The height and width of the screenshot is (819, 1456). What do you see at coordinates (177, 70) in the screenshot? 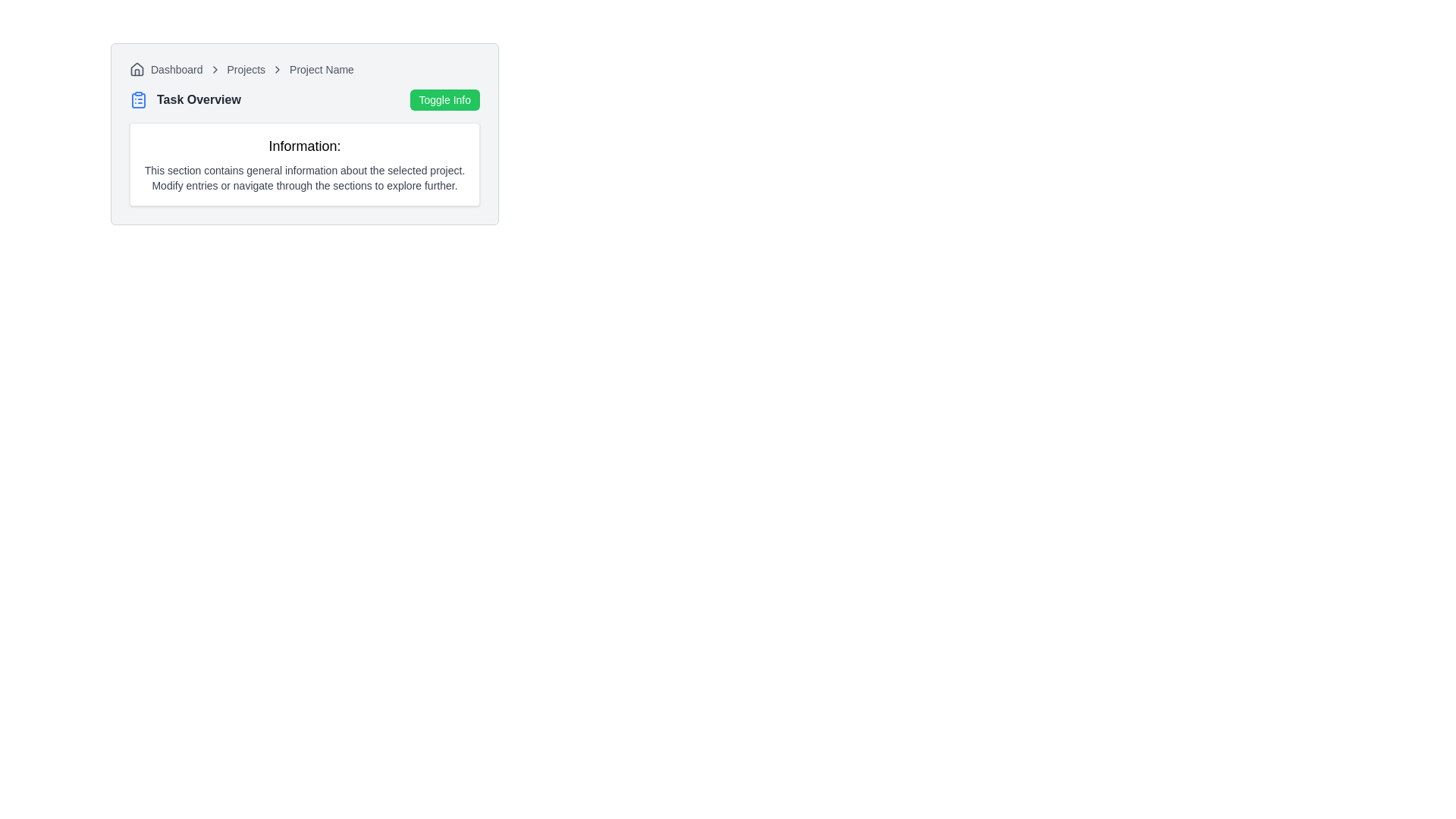
I see `the 'Dashboard' text label, which is styled in a small-sized, gray-colored font and located immediately after a house-shaped SVG icon in the breadcrumb navigation bar` at bounding box center [177, 70].